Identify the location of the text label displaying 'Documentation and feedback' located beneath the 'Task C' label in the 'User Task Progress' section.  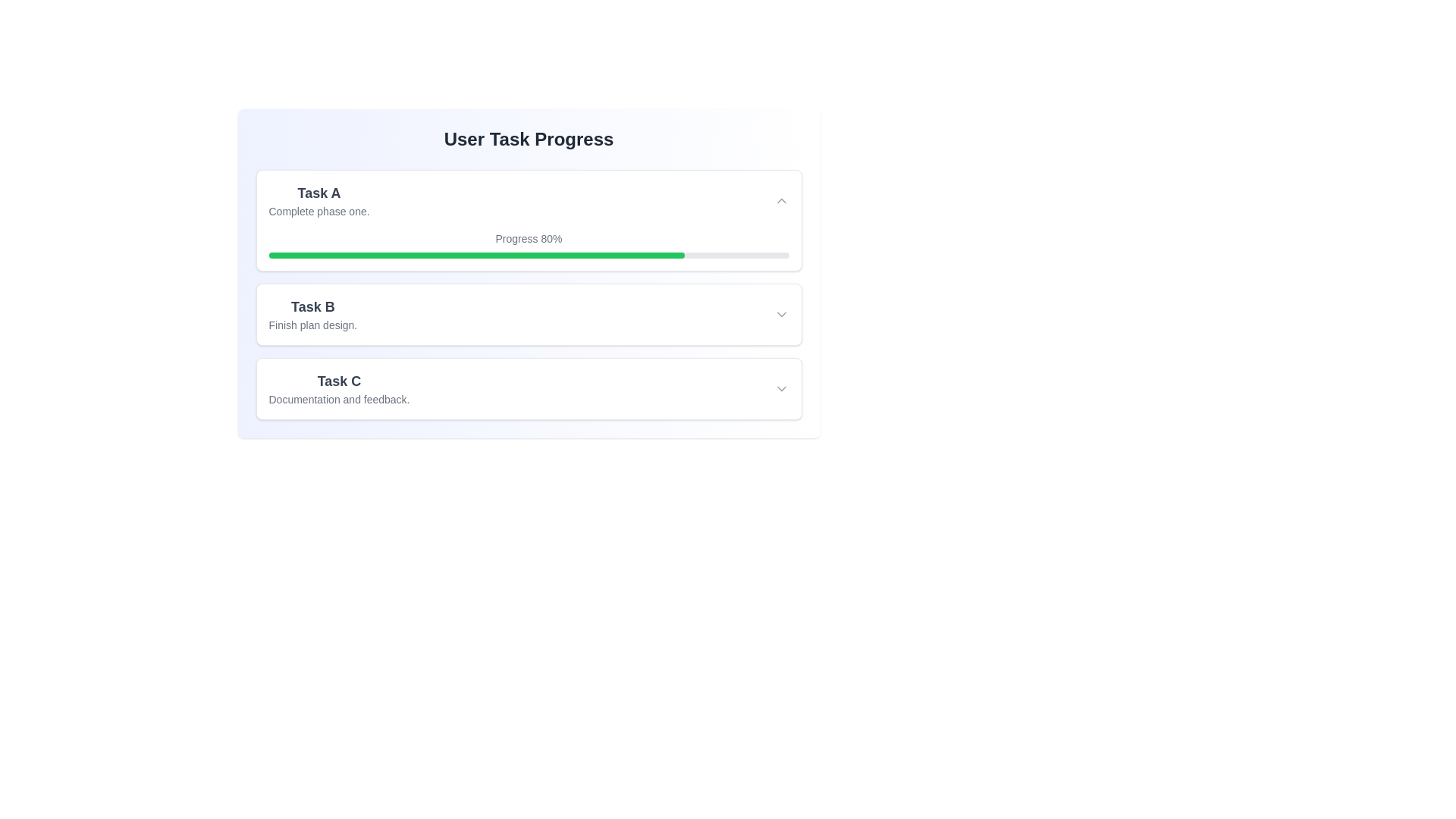
(338, 399).